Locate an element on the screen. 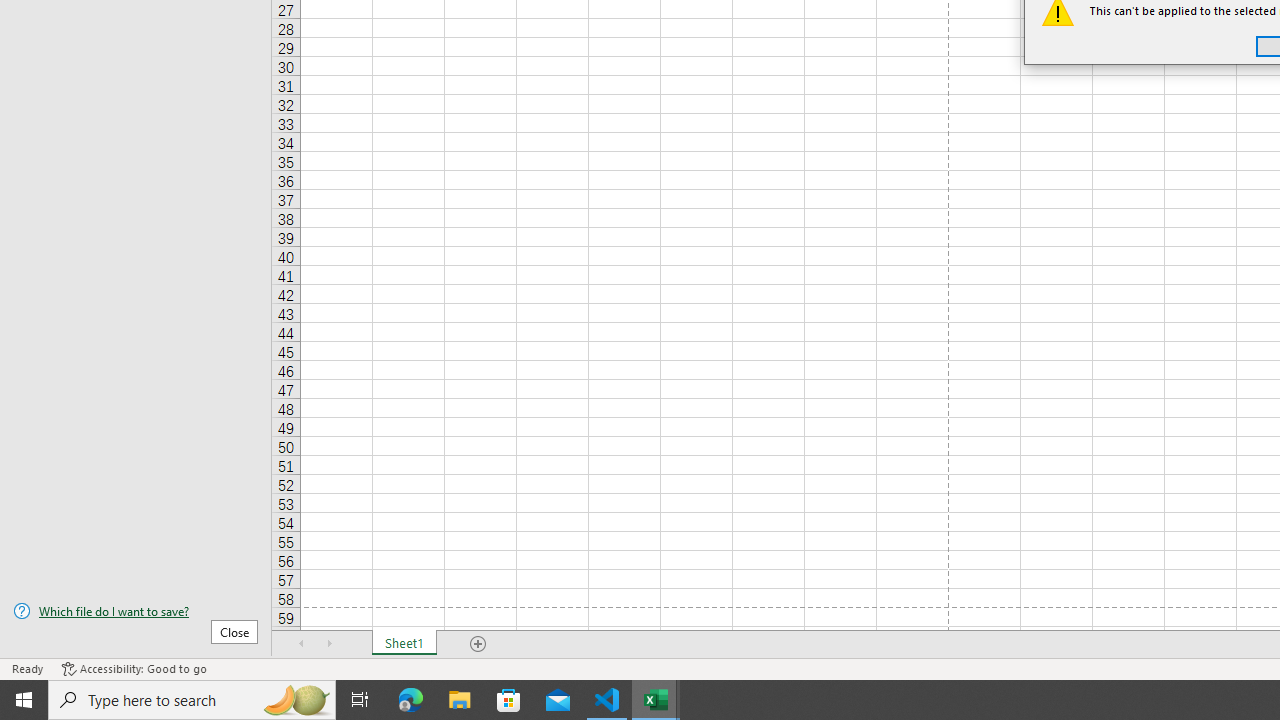 The height and width of the screenshot is (720, 1280). 'Excel - 2 running windows' is located at coordinates (656, 698).